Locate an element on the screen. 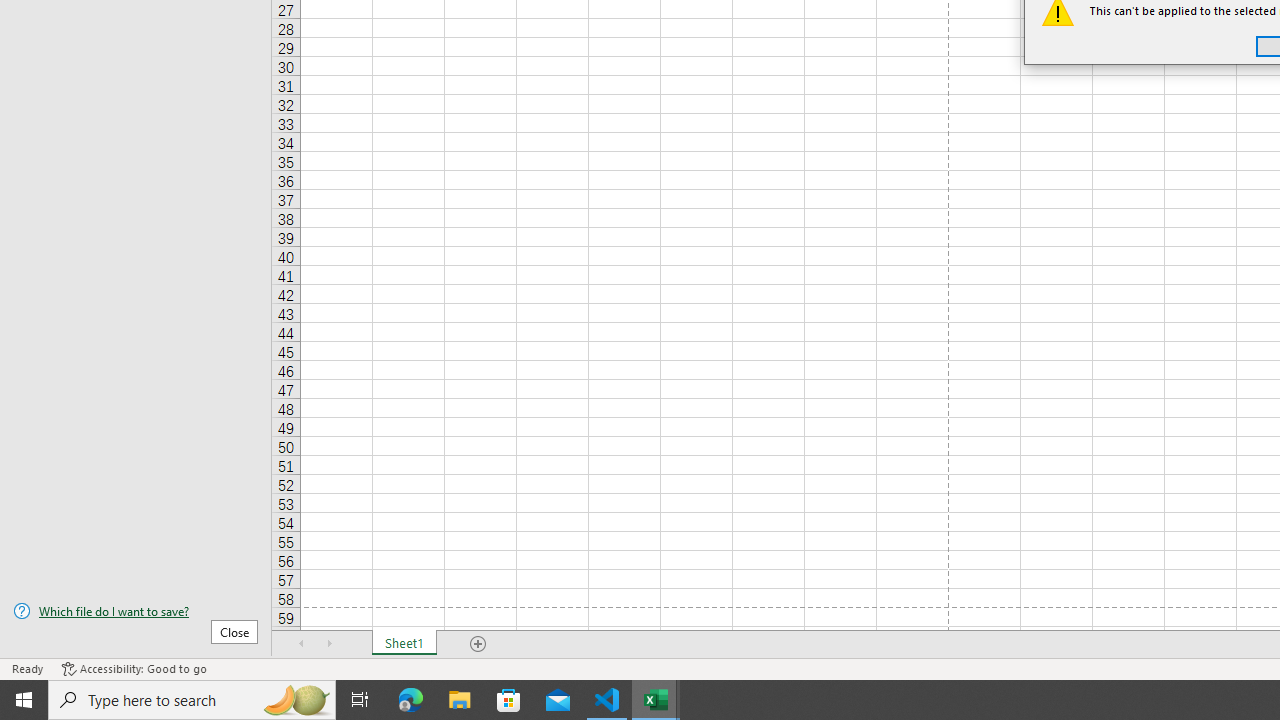 The height and width of the screenshot is (720, 1280). 'Excel - 2 running windows' is located at coordinates (656, 698).